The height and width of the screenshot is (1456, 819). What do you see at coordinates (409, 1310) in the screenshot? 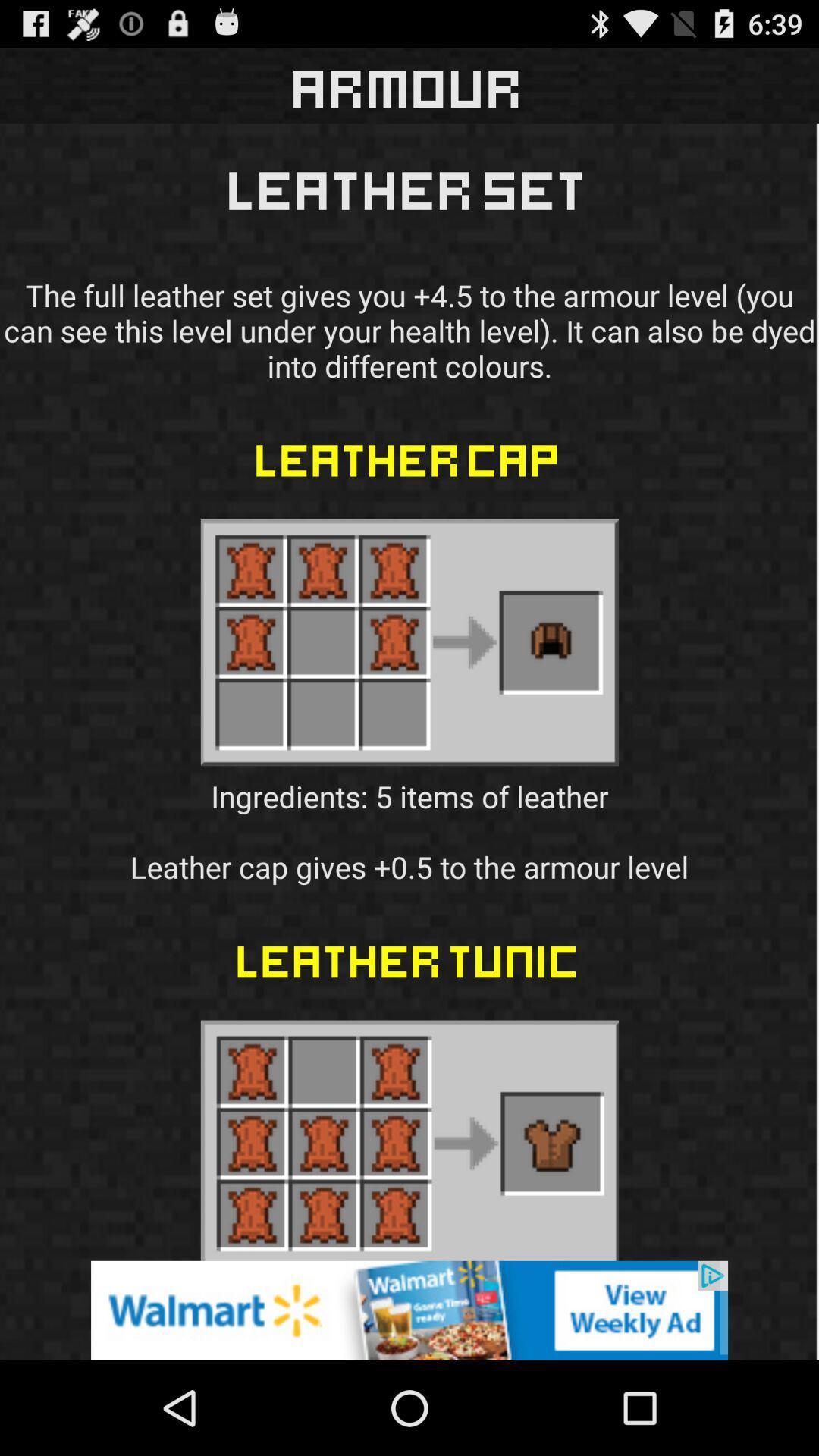
I see `click advertisement` at bounding box center [409, 1310].